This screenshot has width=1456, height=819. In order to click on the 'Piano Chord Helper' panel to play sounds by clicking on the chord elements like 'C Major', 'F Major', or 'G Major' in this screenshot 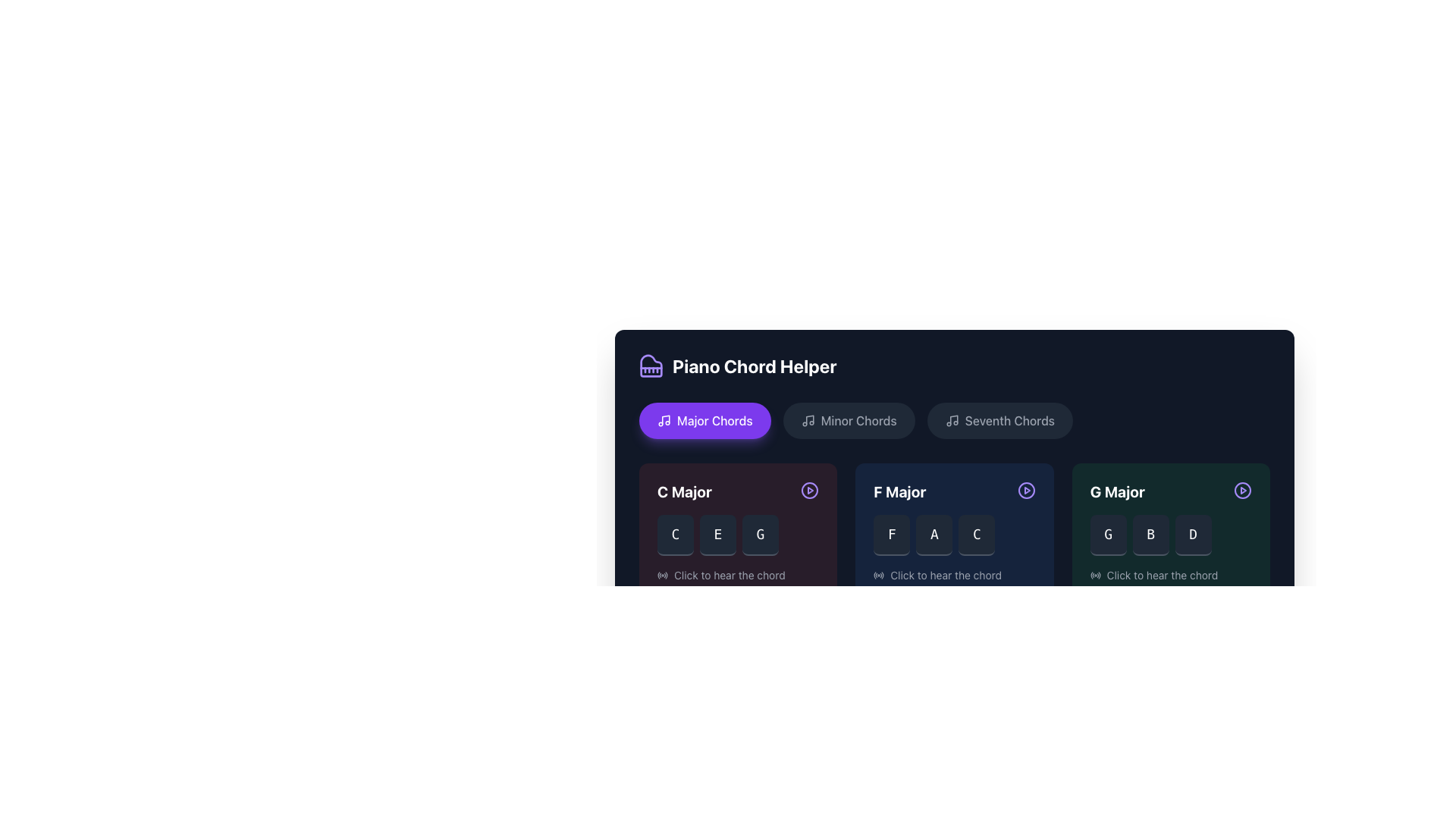, I will do `click(953, 511)`.